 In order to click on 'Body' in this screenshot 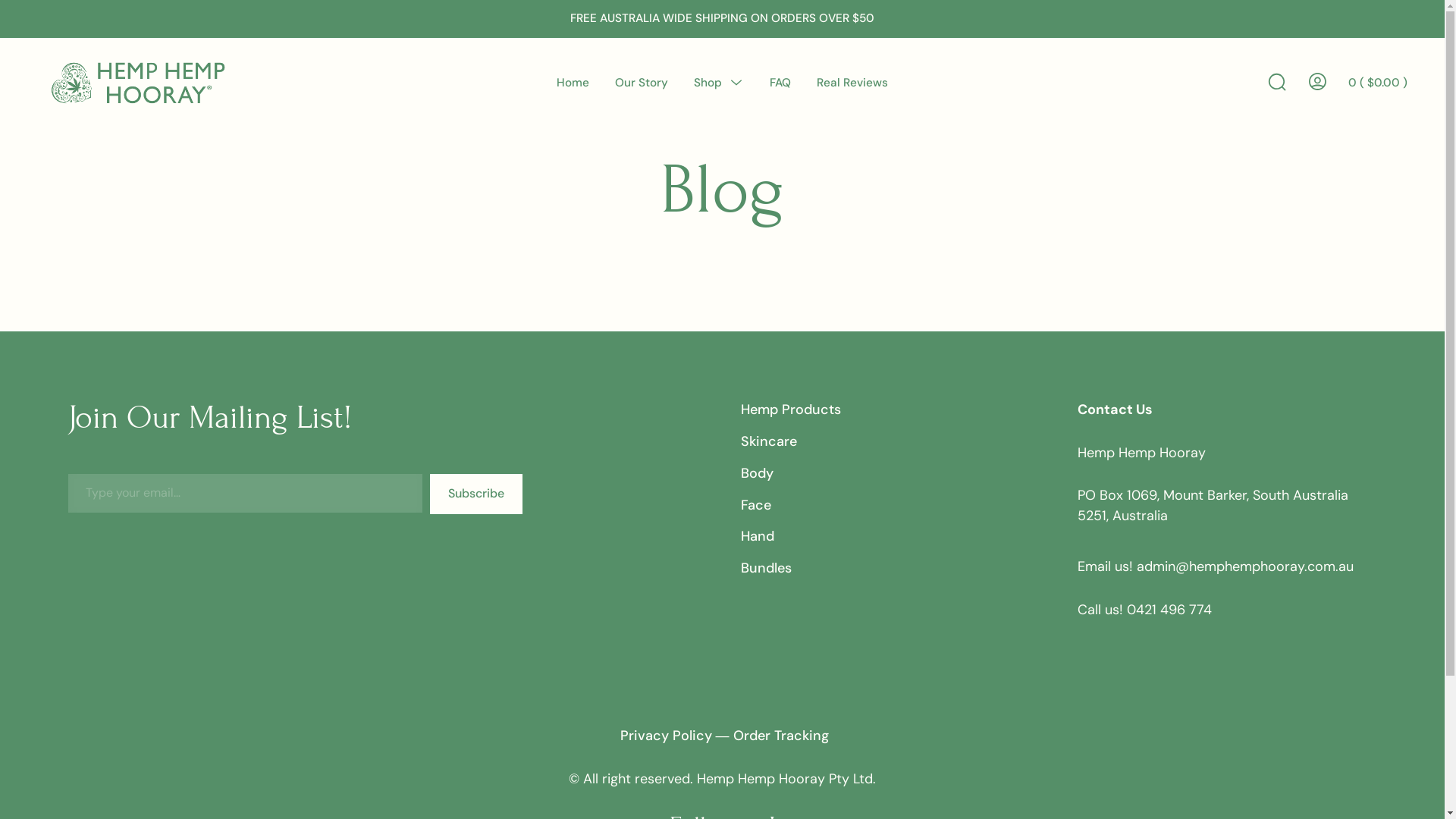, I will do `click(757, 472)`.